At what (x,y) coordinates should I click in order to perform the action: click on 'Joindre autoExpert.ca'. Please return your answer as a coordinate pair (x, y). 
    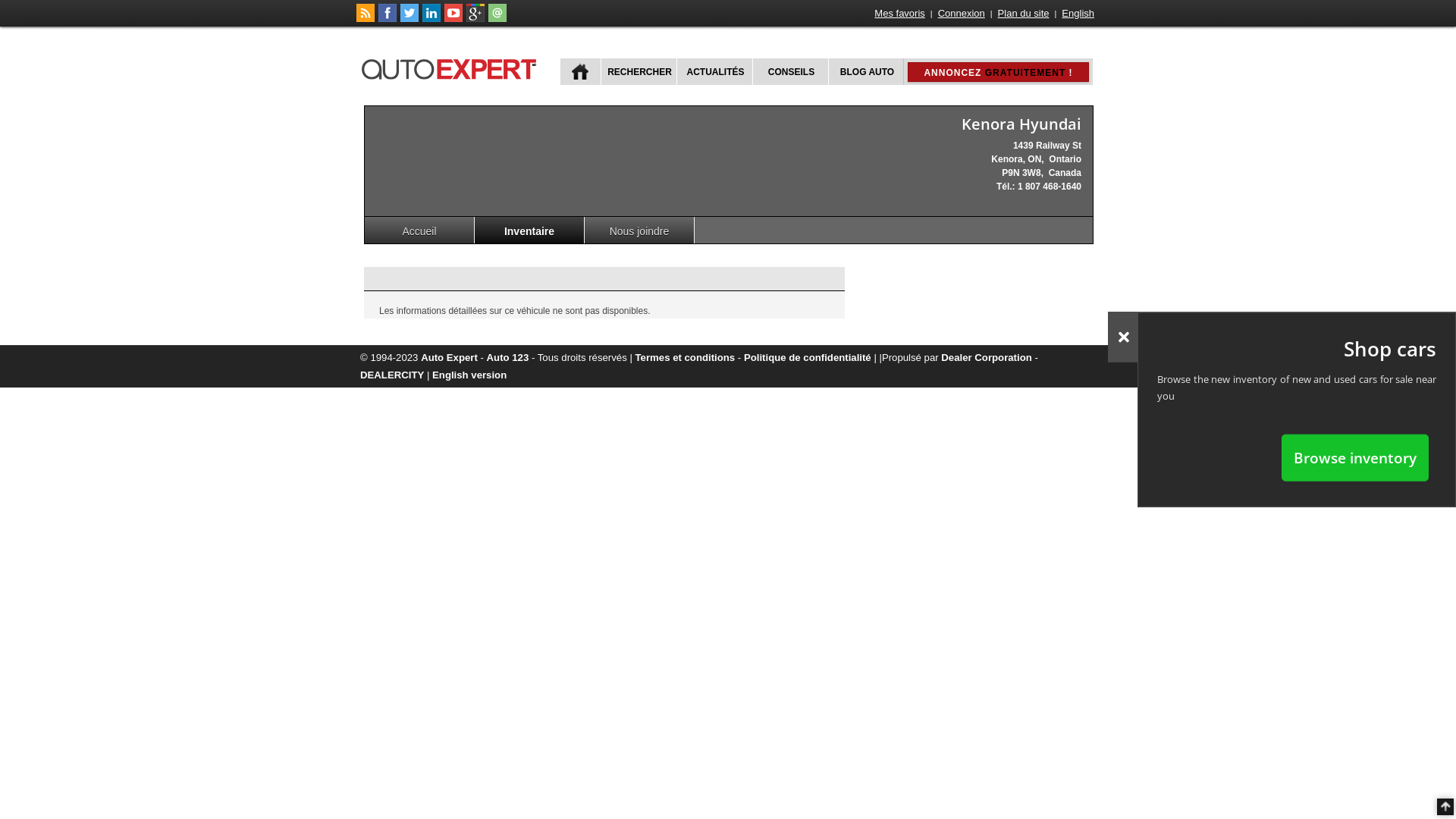
    Looking at the image, I should click on (497, 18).